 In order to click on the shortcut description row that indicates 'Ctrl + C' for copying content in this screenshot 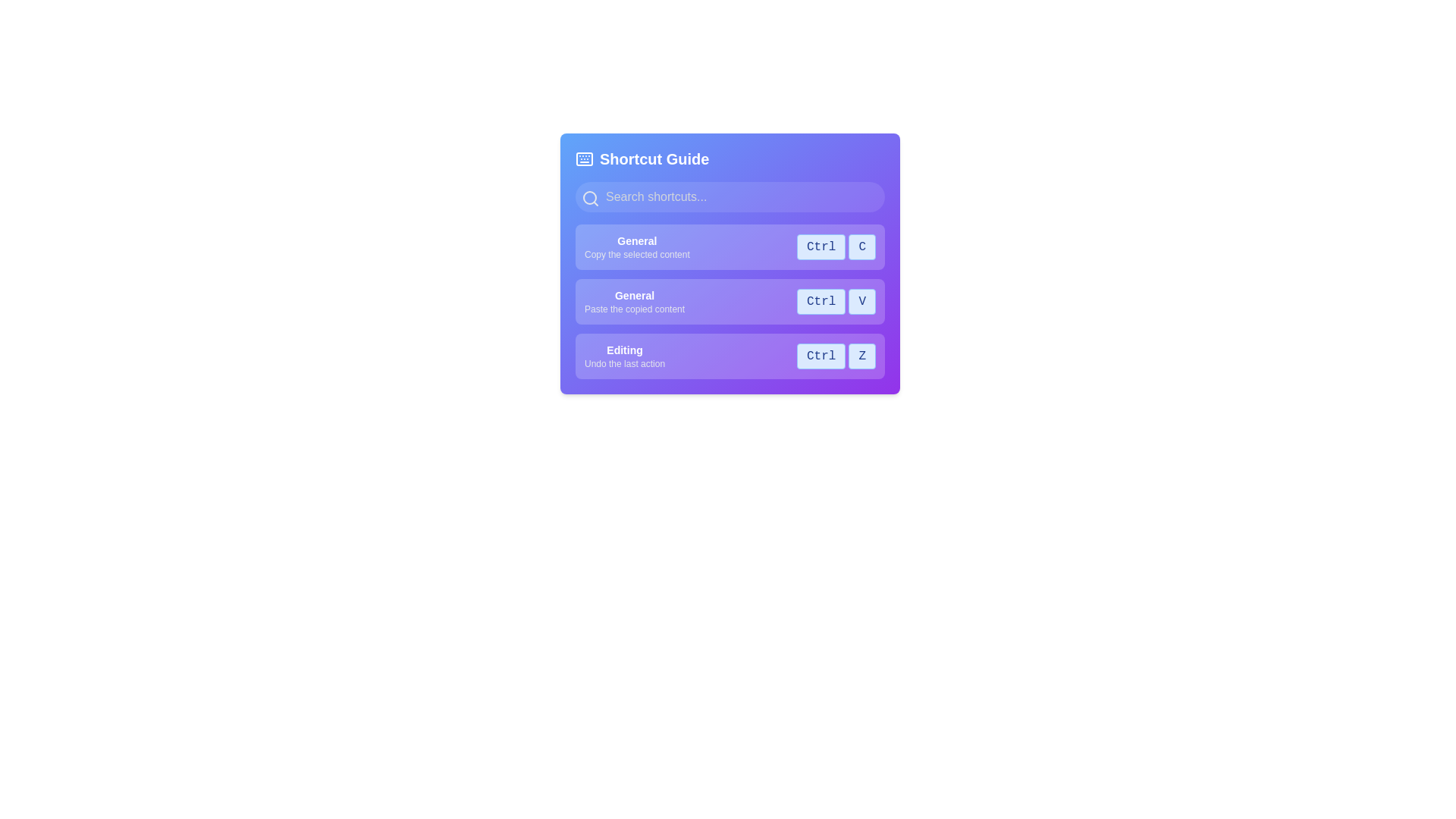, I will do `click(730, 246)`.